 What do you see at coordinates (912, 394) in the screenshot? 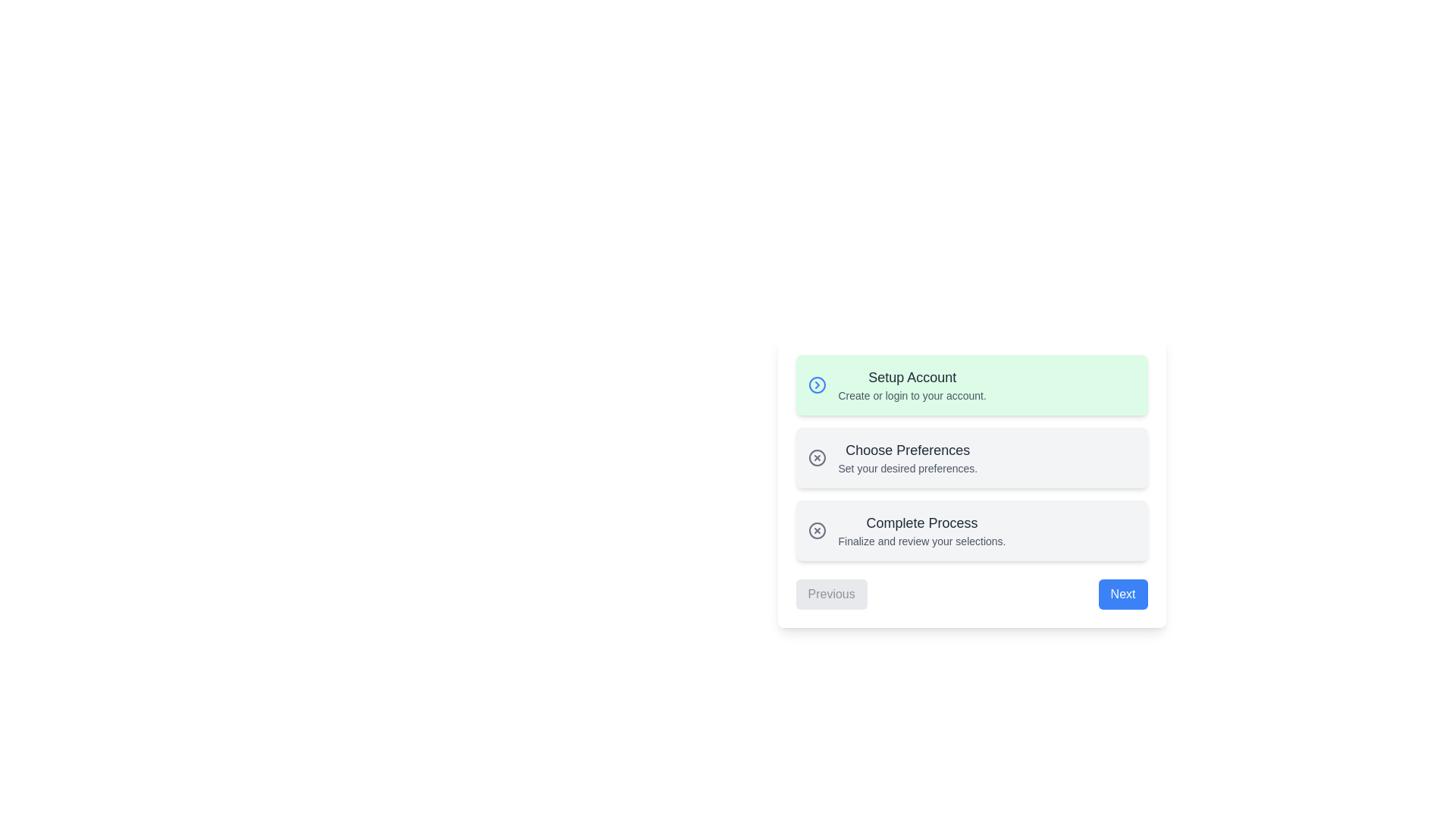
I see `the descriptive text element located below the 'Setup Account' heading in the first step of the vertical progress list` at bounding box center [912, 394].